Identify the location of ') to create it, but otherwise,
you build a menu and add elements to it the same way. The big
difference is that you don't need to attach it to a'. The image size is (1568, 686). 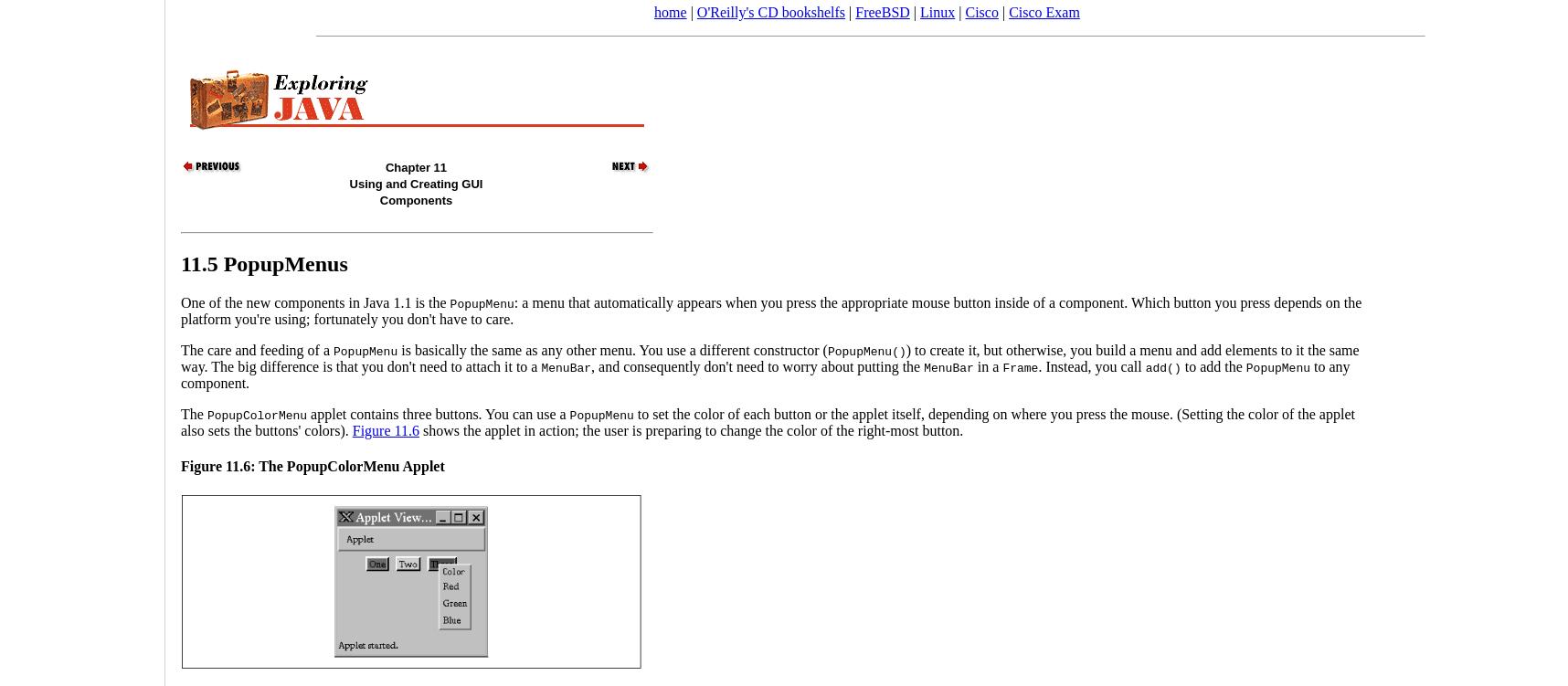
(769, 356).